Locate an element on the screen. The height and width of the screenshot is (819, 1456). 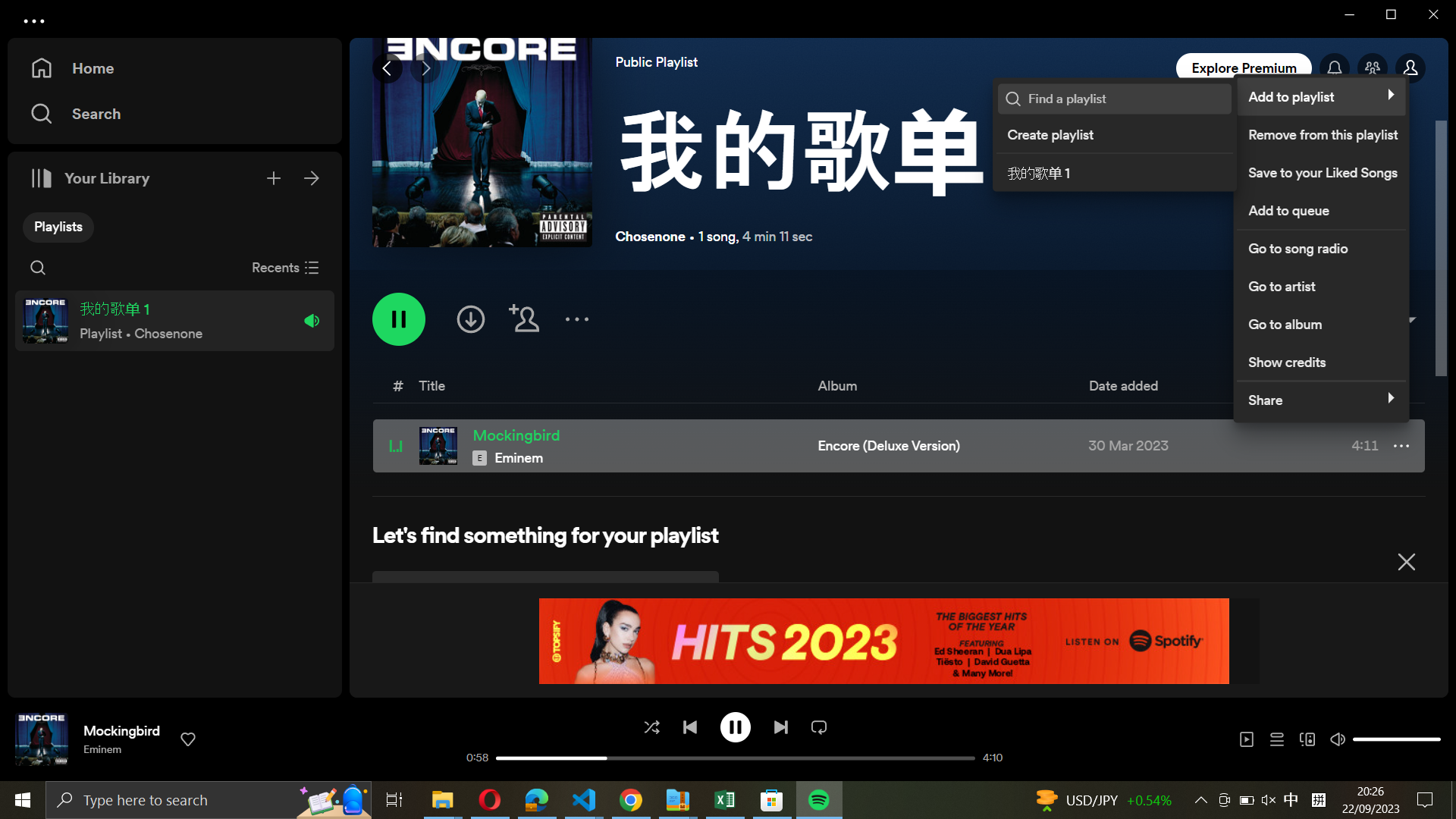
Finish the advertisement viewing is located at coordinates (1405, 559).